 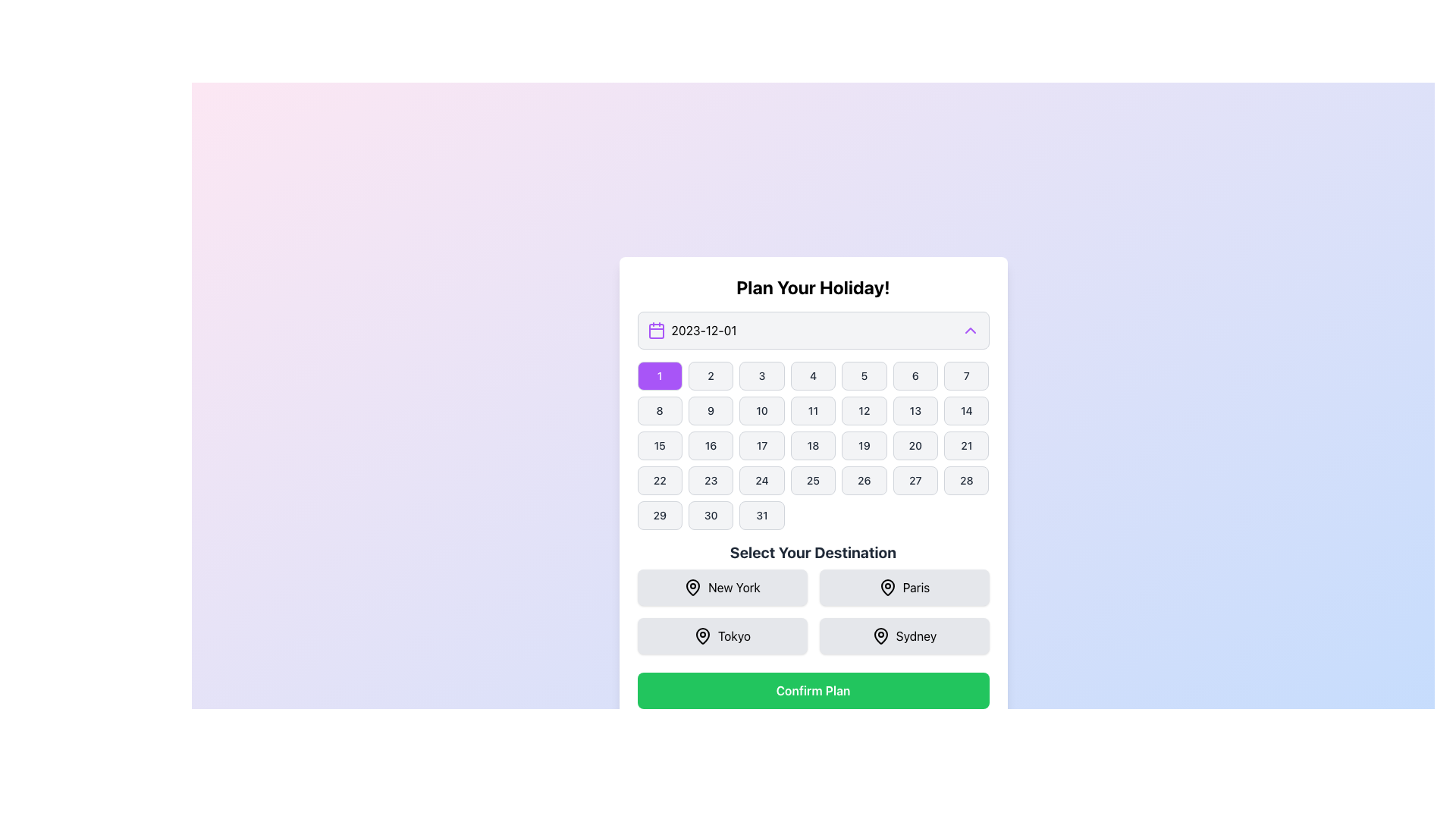 I want to click on the black pin icon with a circular border located to the left of the text 'Sydney' in the button at the bottom right of the 'Select Your Destination' section, so click(x=880, y=636).